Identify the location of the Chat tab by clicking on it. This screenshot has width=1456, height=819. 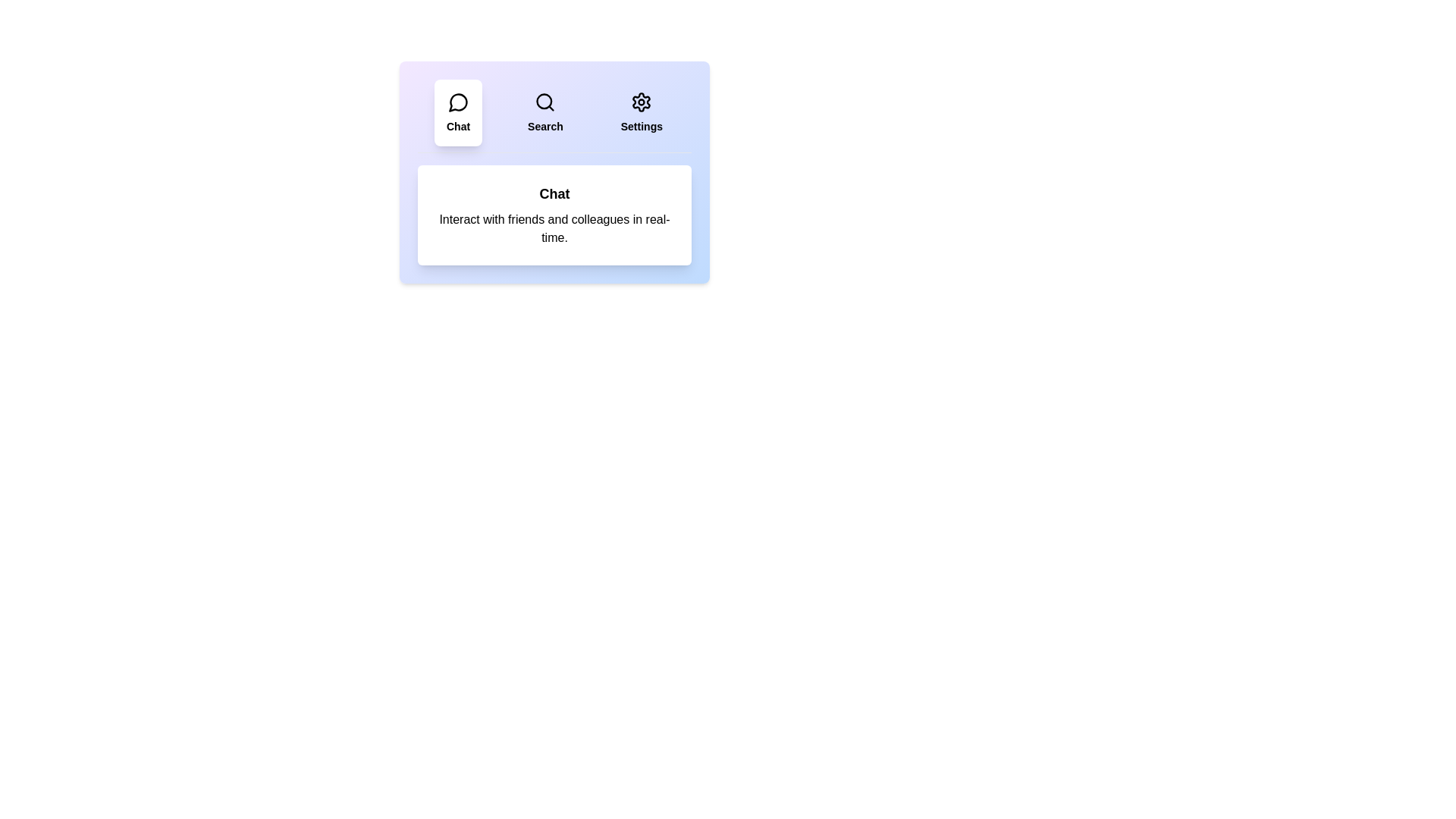
(457, 112).